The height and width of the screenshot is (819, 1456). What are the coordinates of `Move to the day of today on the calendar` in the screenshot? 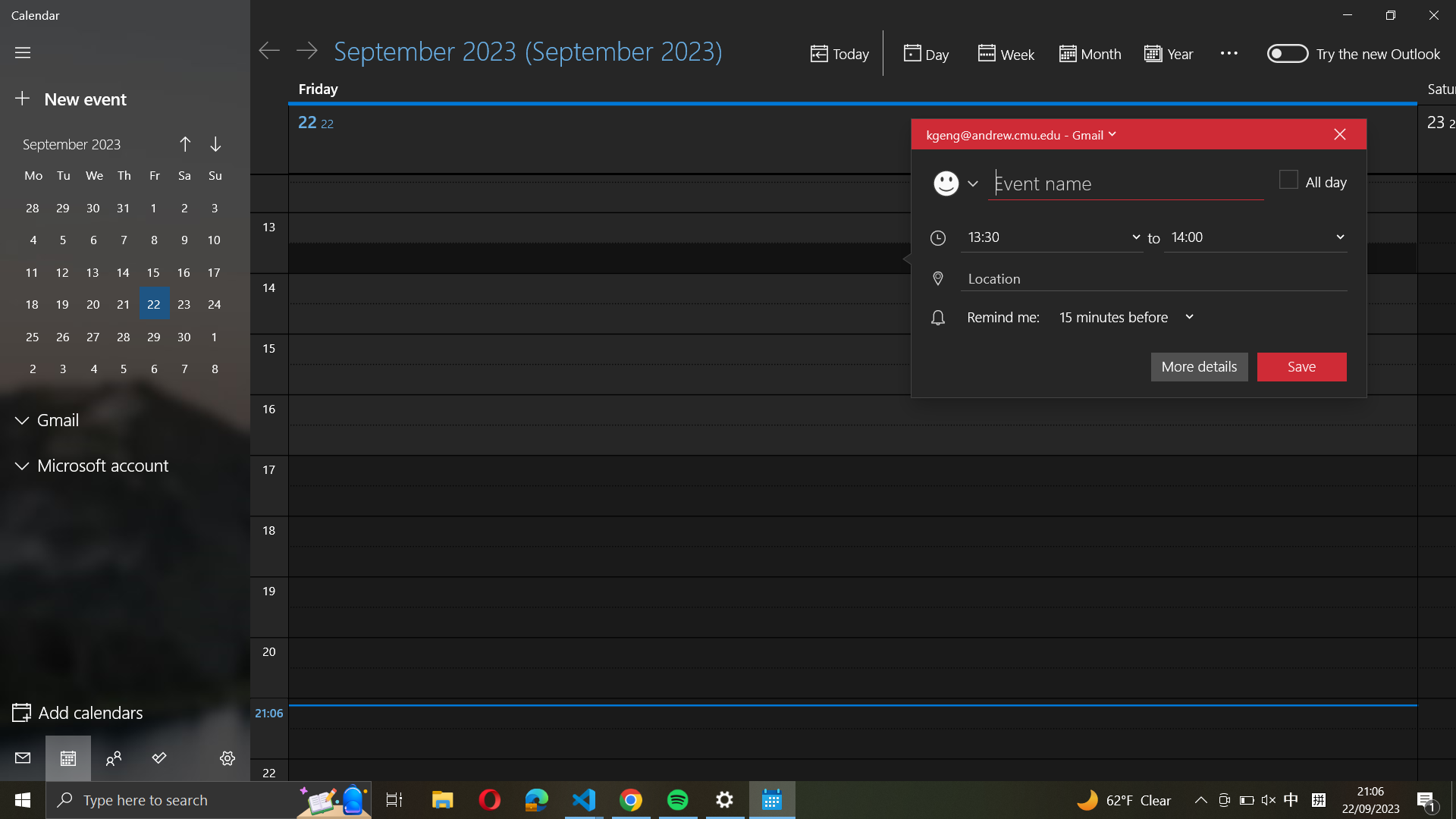 It's located at (838, 54).